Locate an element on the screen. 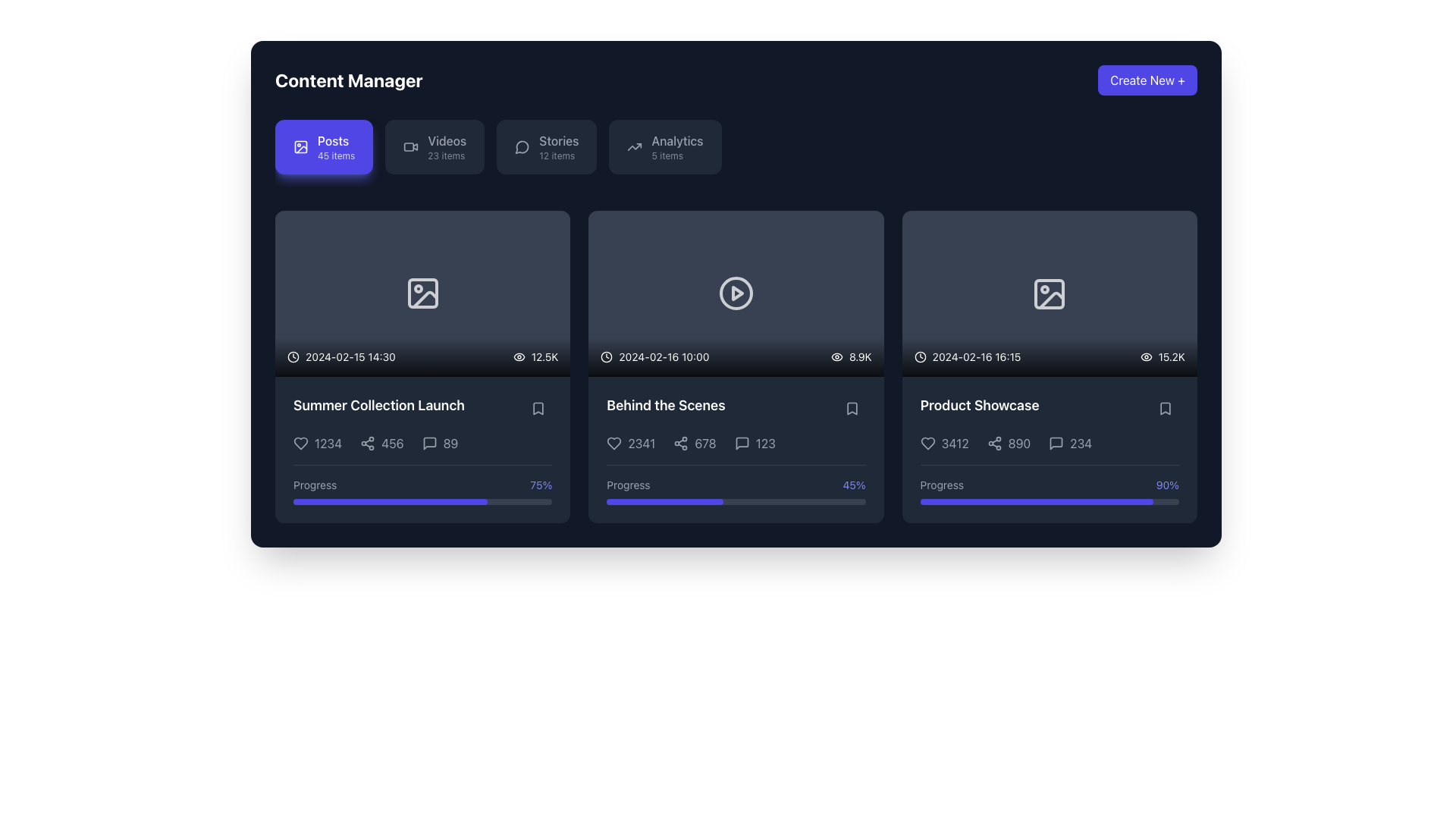 The image size is (1456, 819). the timestamp icon located to the left of the text '2024-02-16 10:00' within the 'Behind the Scenes' panel in the middle of the interface is located at coordinates (607, 356).